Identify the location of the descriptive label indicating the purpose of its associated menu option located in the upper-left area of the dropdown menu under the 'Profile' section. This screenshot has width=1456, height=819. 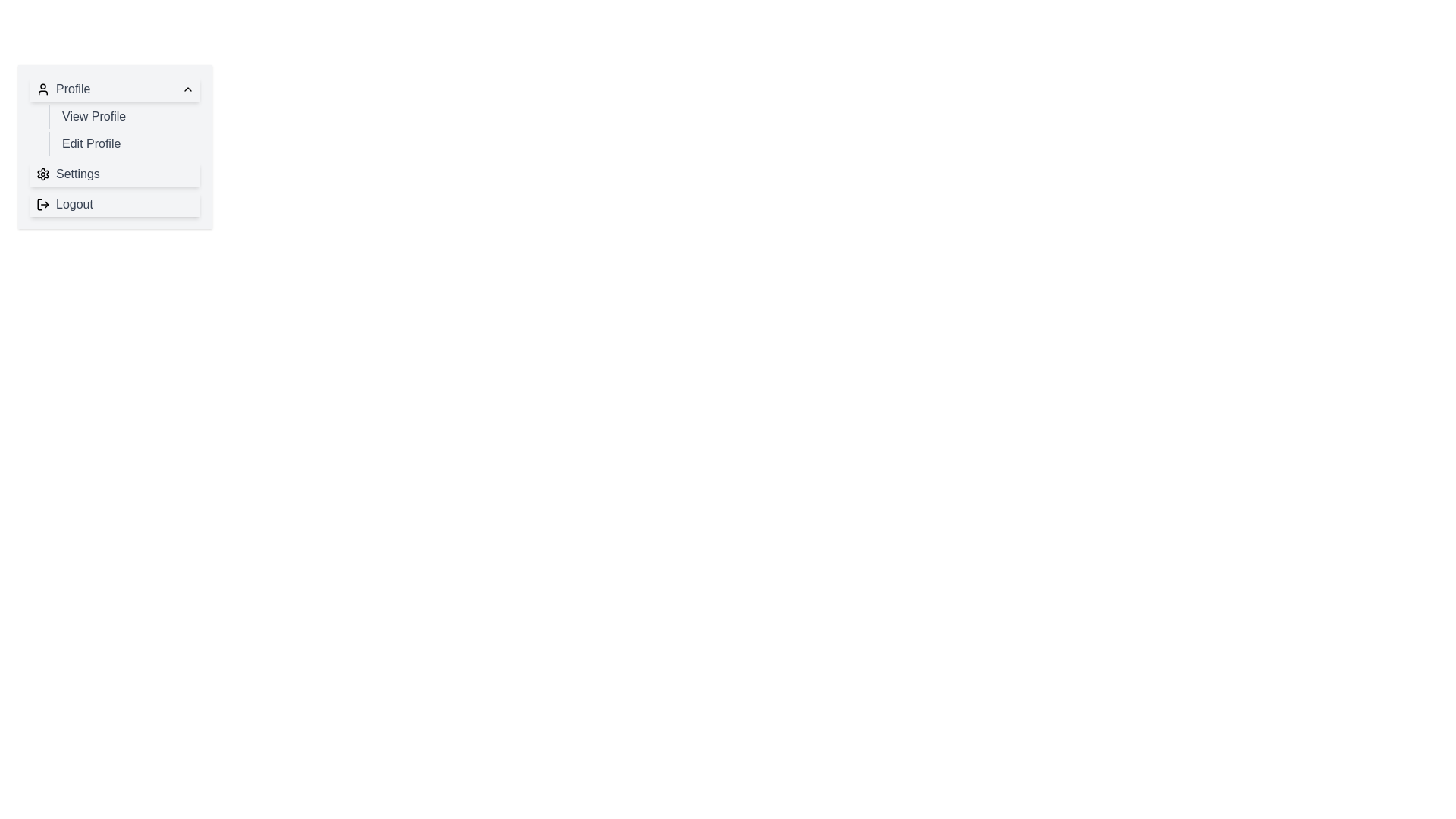
(93, 116).